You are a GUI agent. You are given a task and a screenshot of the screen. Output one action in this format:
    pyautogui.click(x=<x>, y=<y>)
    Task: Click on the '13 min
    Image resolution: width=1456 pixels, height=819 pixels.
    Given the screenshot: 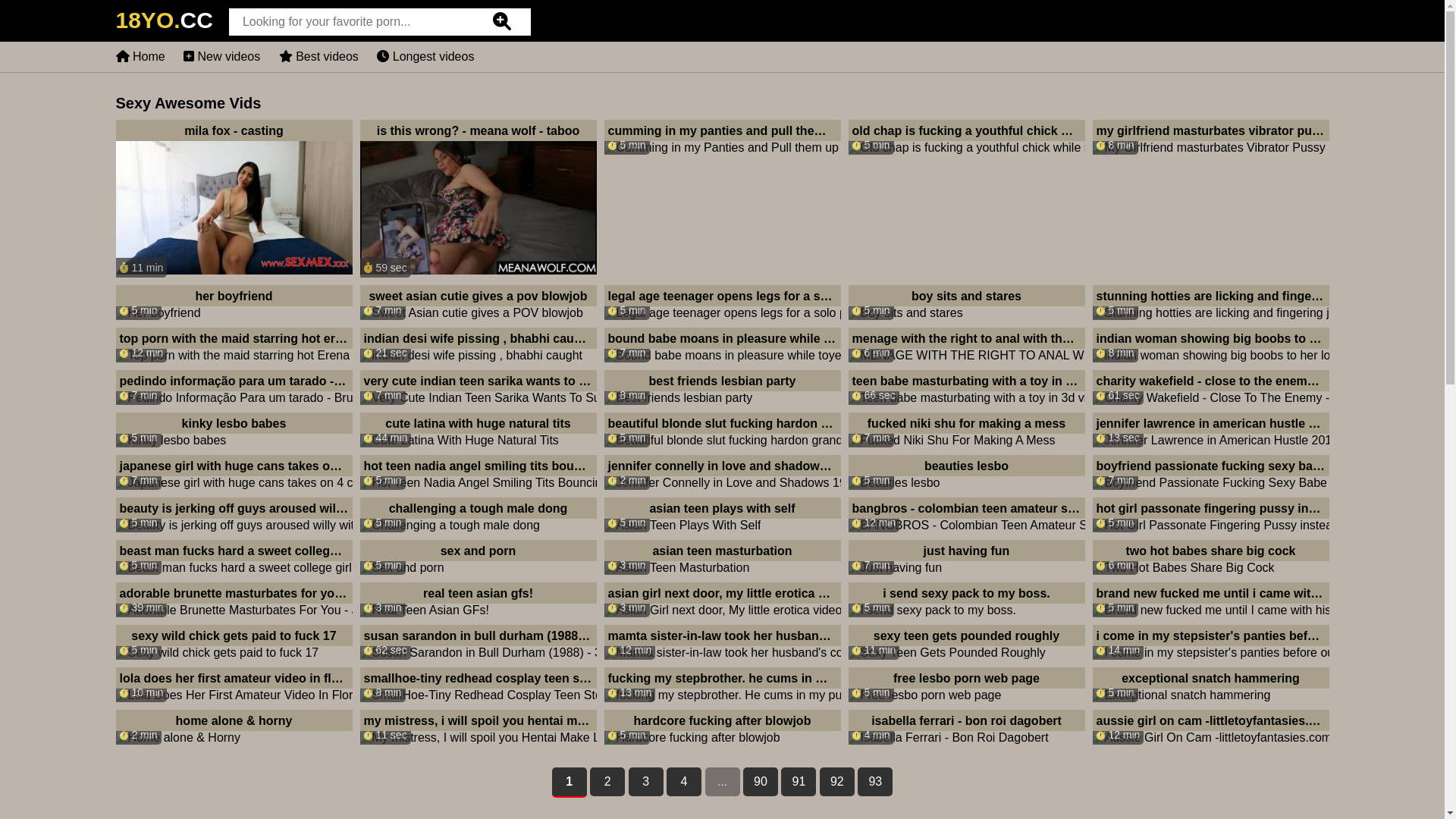 What is the action you would take?
    pyautogui.click(x=720, y=684)
    